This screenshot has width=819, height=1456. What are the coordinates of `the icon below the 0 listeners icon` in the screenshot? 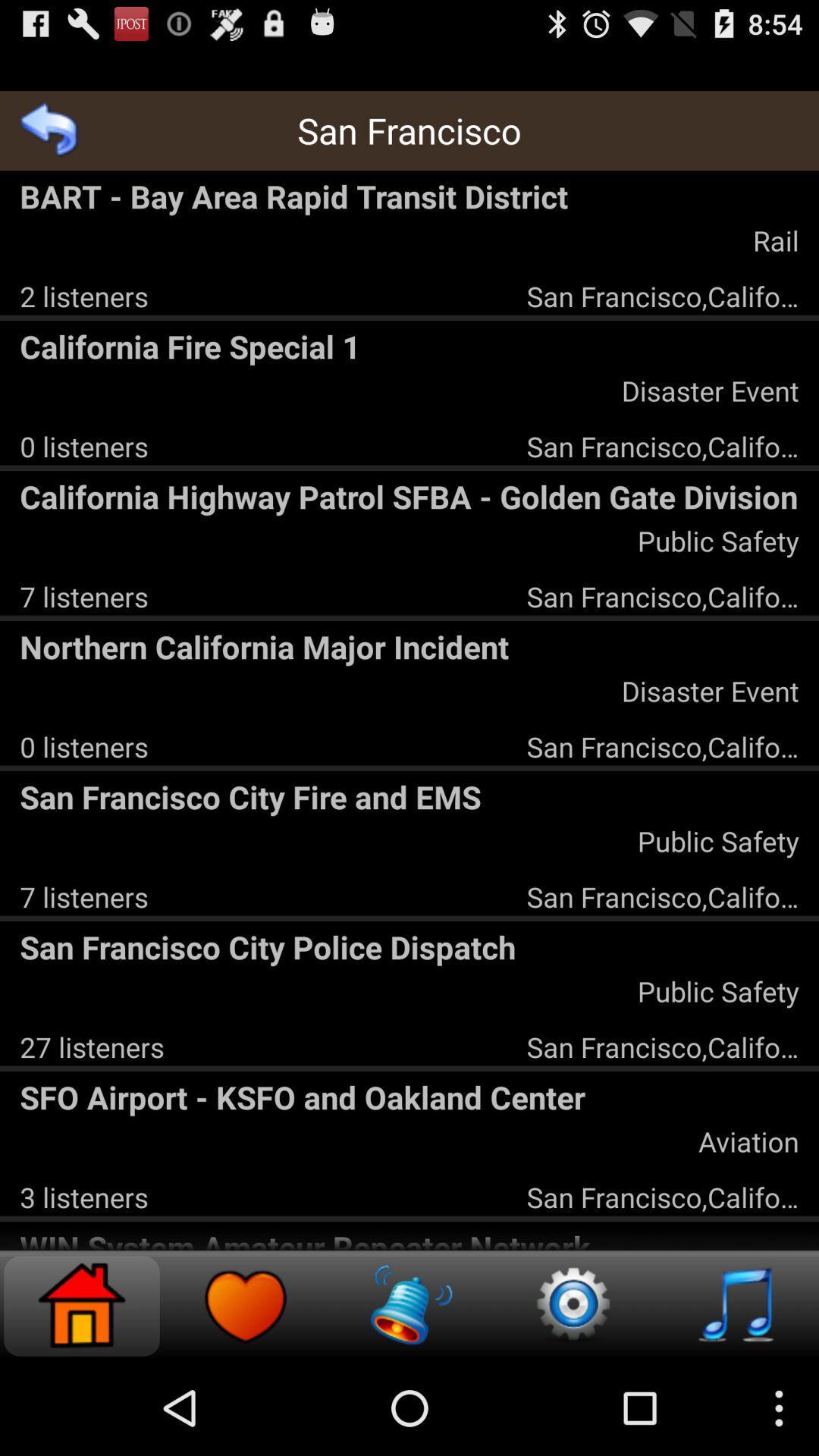 It's located at (409, 496).